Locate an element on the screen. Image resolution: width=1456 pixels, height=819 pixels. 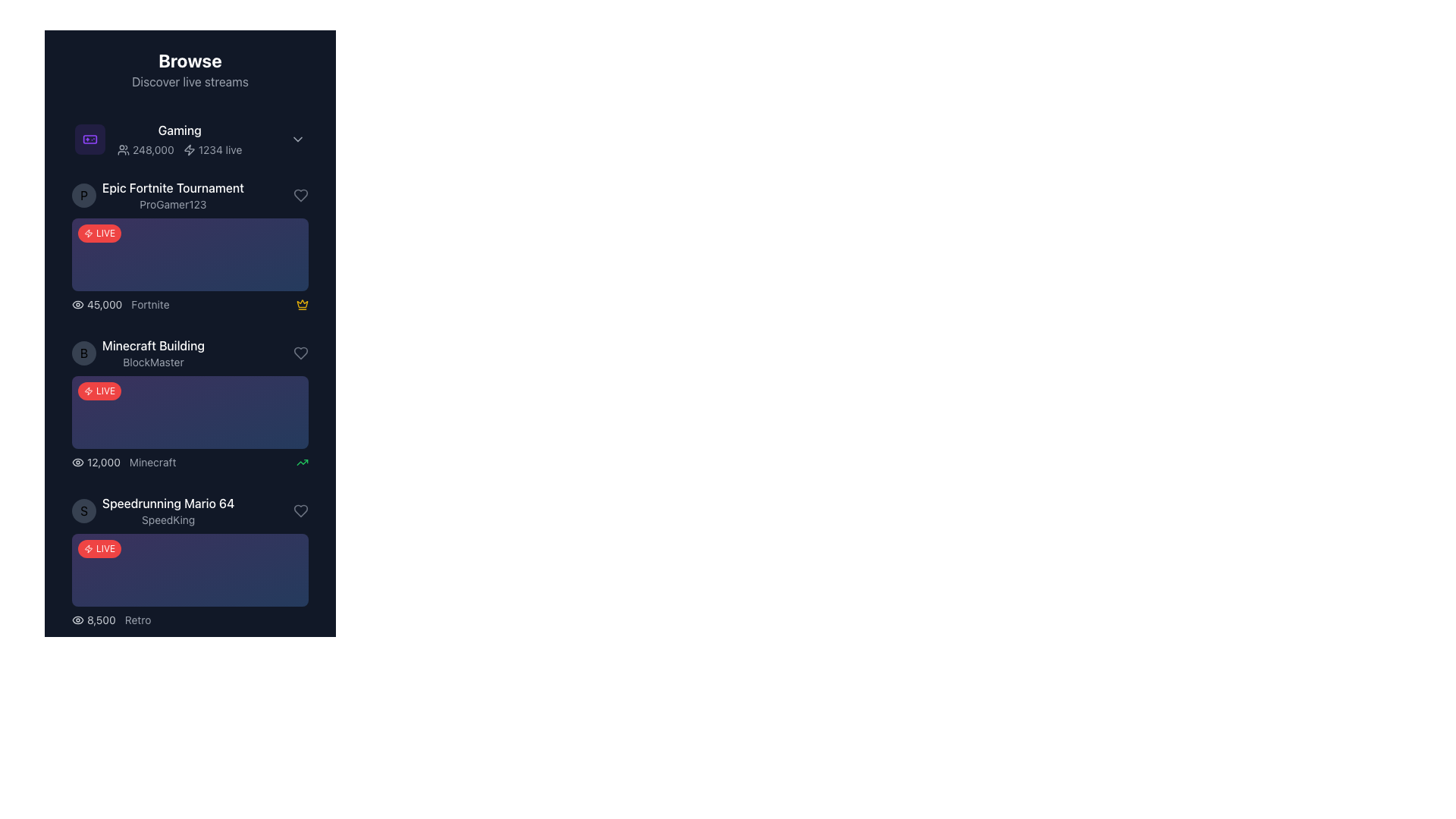
the list item displaying 'Gaming' with the game controller icon is located at coordinates (182, 140).